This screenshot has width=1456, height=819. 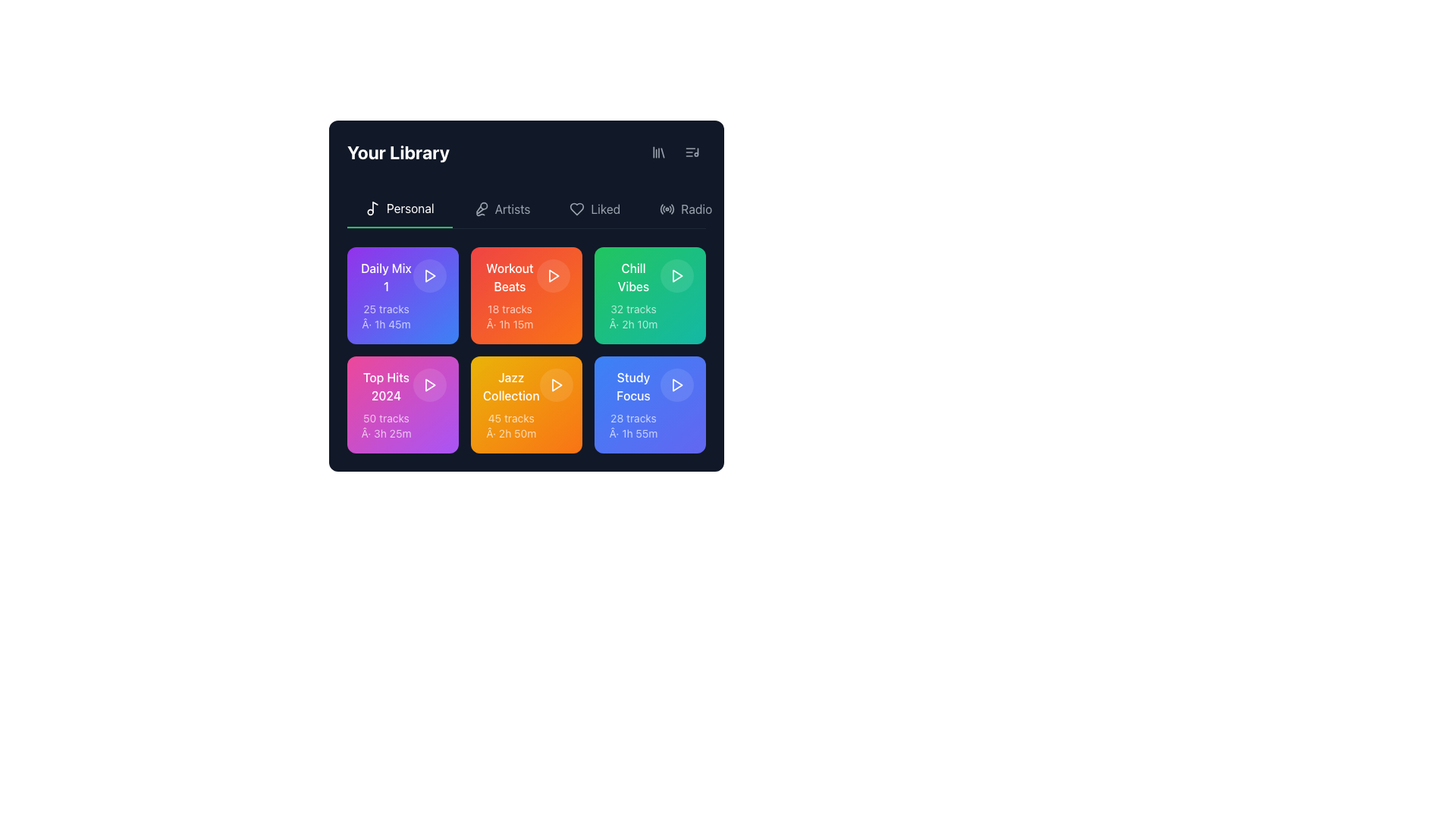 I want to click on text content of the 'Workout Beats' label located at the center of the corresponding tile in the first row and second column of the playlist grid, so click(x=510, y=278).